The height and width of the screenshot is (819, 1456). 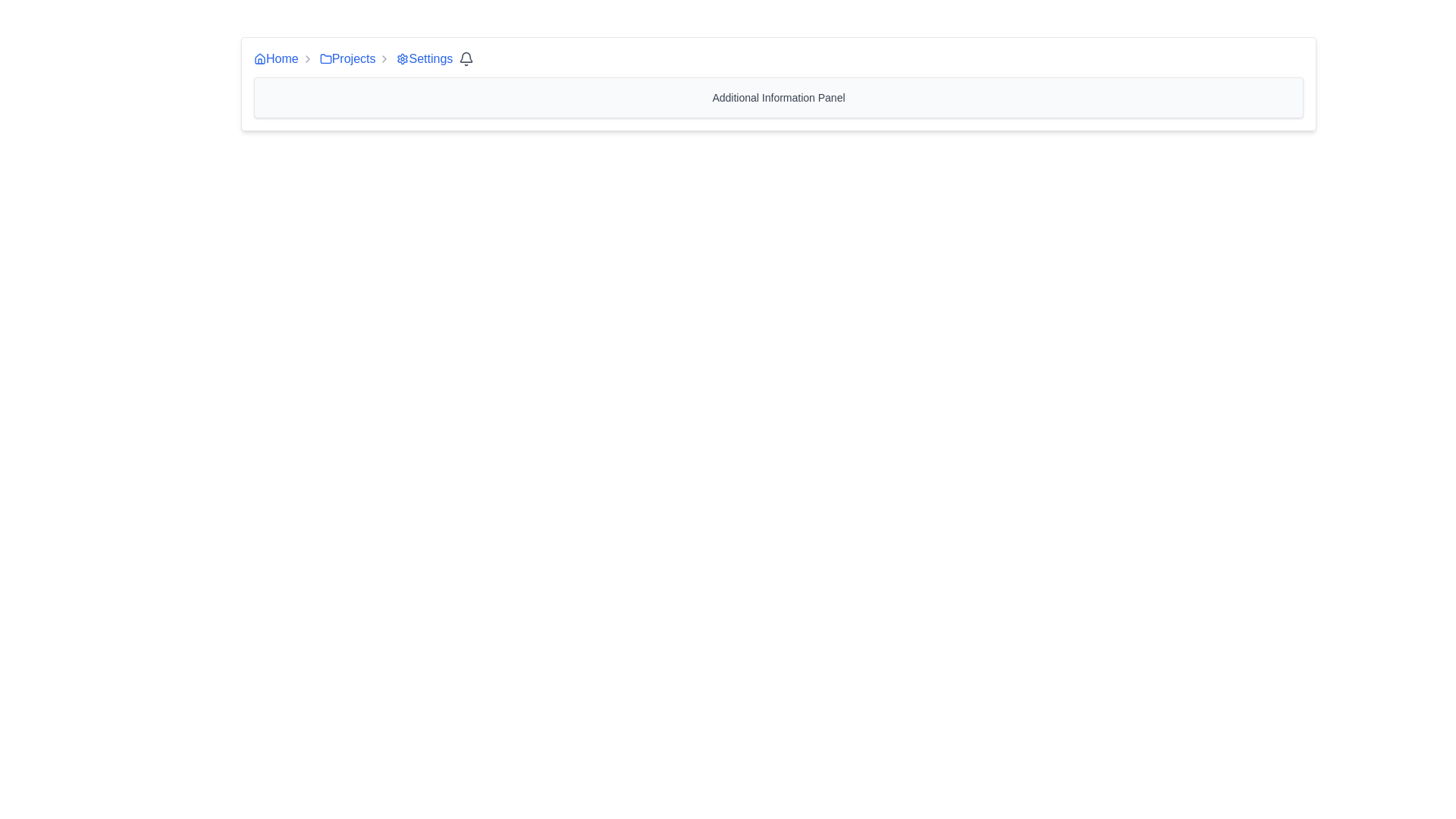 What do you see at coordinates (306, 58) in the screenshot?
I see `the Chevron icon that serves as a separator in the breadcrumb navigation, located to the right of the 'Home' link` at bounding box center [306, 58].